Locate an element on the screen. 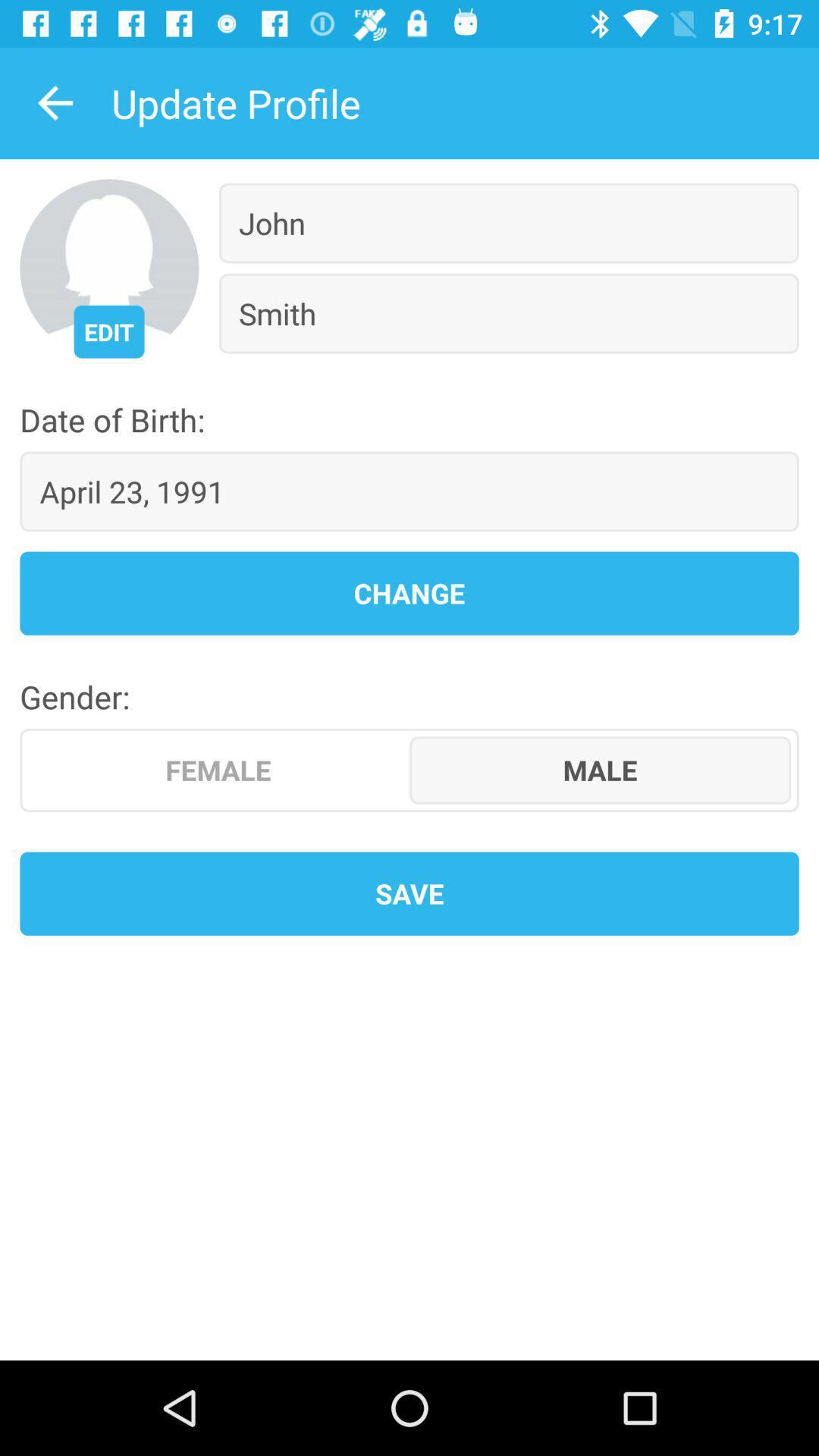 The width and height of the screenshot is (819, 1456). item to the left of the smith icon is located at coordinates (108, 331).